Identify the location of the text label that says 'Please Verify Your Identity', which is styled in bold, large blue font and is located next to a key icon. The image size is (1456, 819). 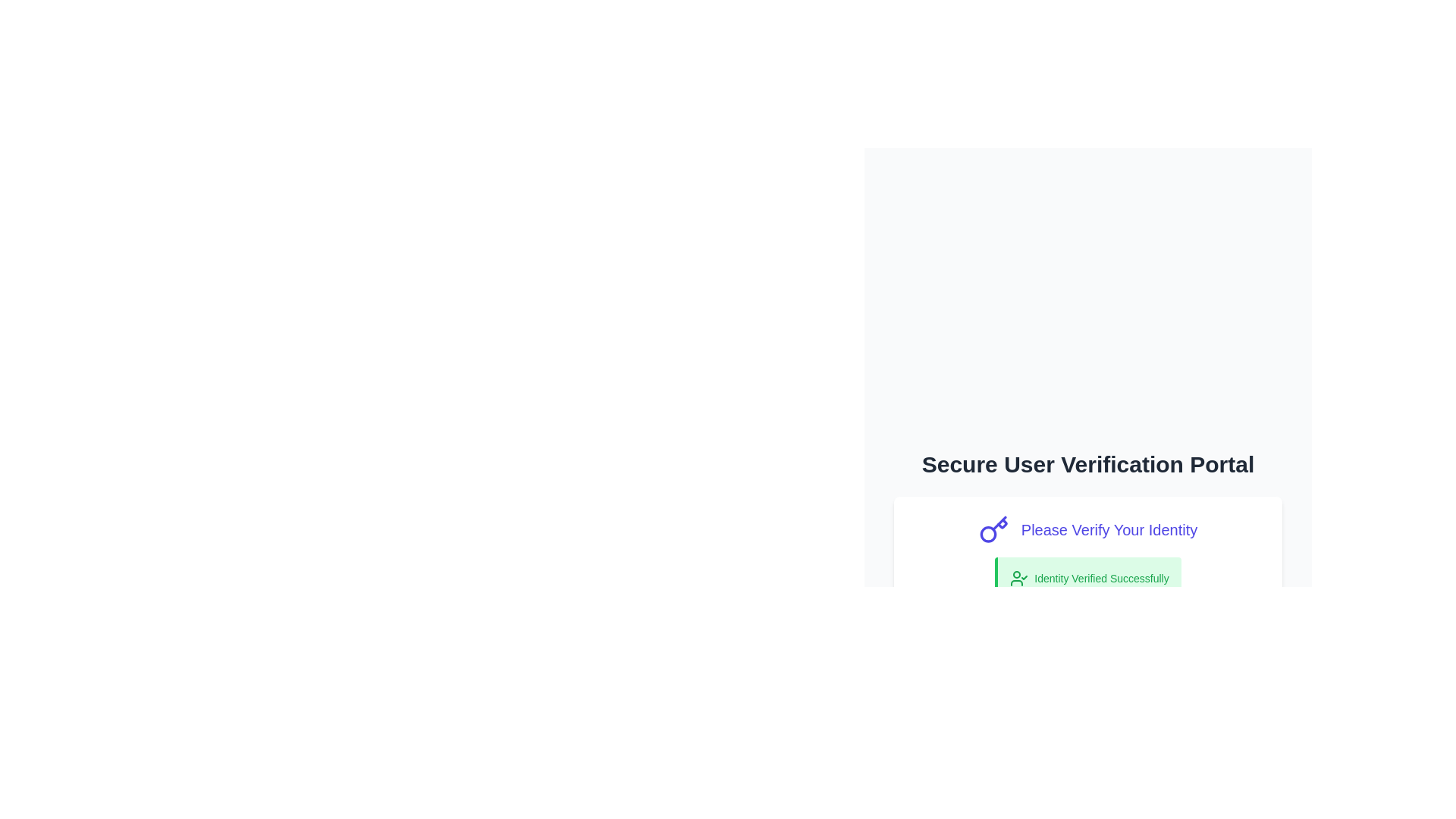
(1109, 529).